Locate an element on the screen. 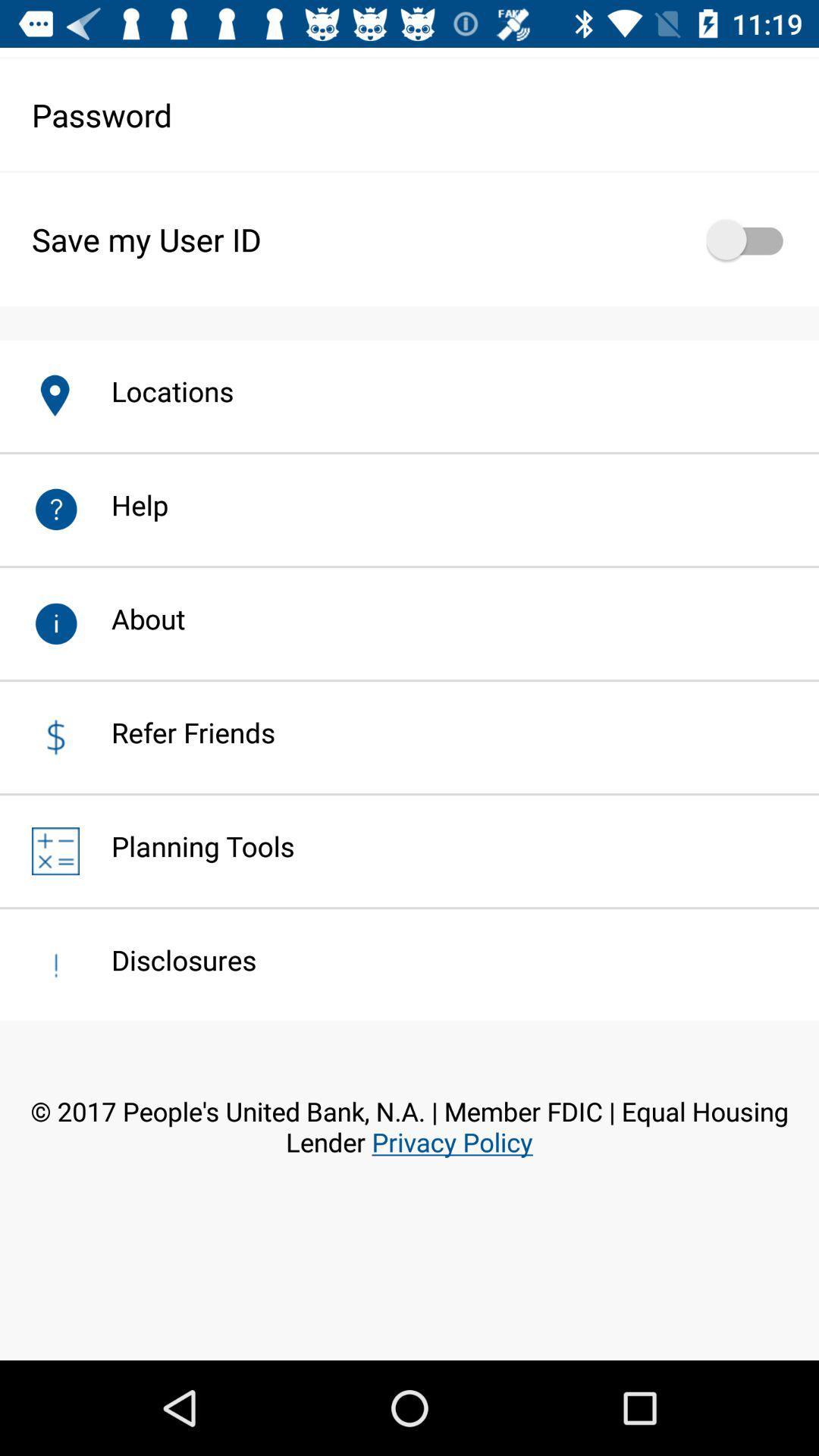 The height and width of the screenshot is (1456, 819). refer friends item is located at coordinates (177, 732).